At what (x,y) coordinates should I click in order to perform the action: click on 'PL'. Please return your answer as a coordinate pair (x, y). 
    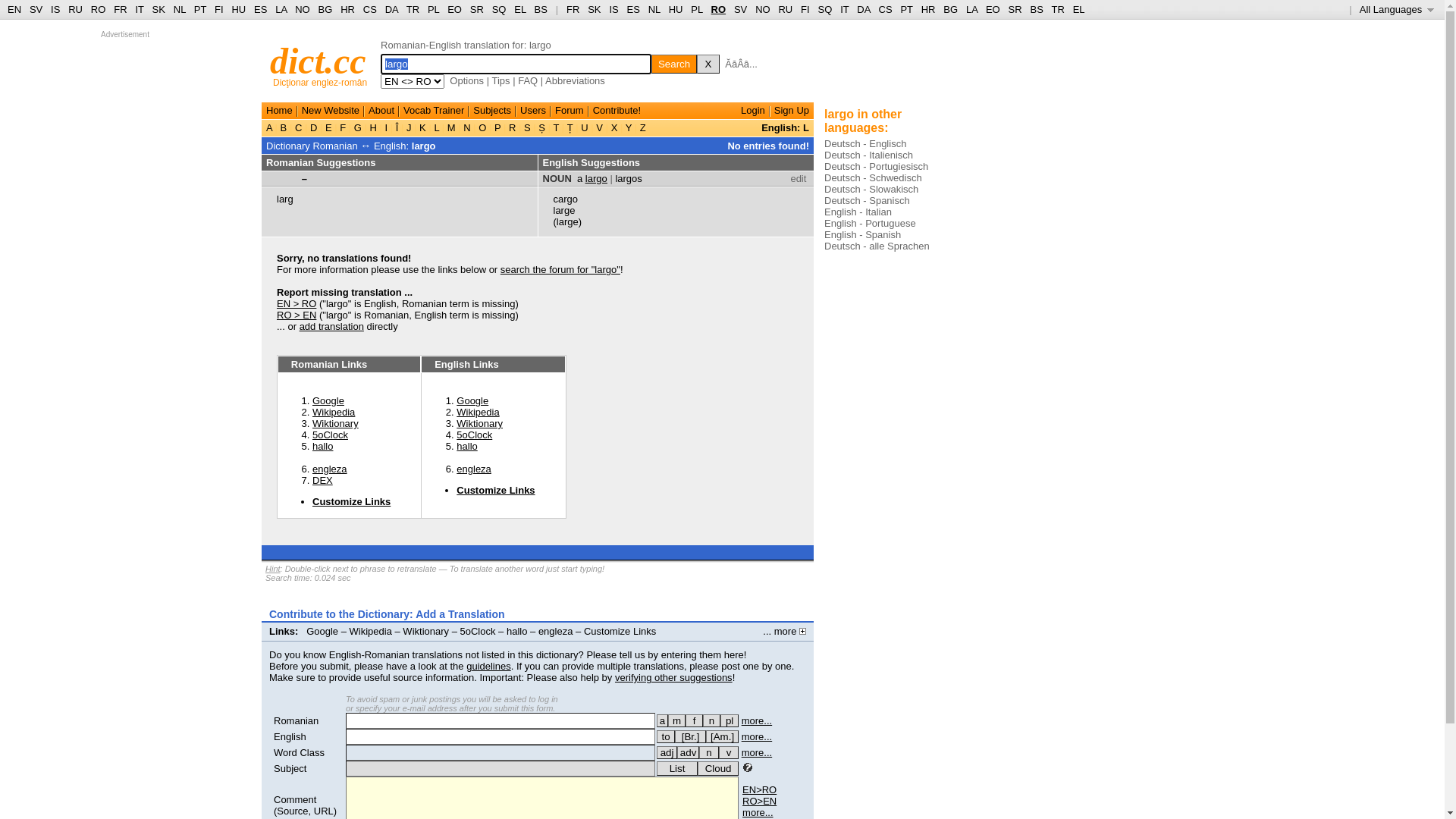
    Looking at the image, I should click on (695, 9).